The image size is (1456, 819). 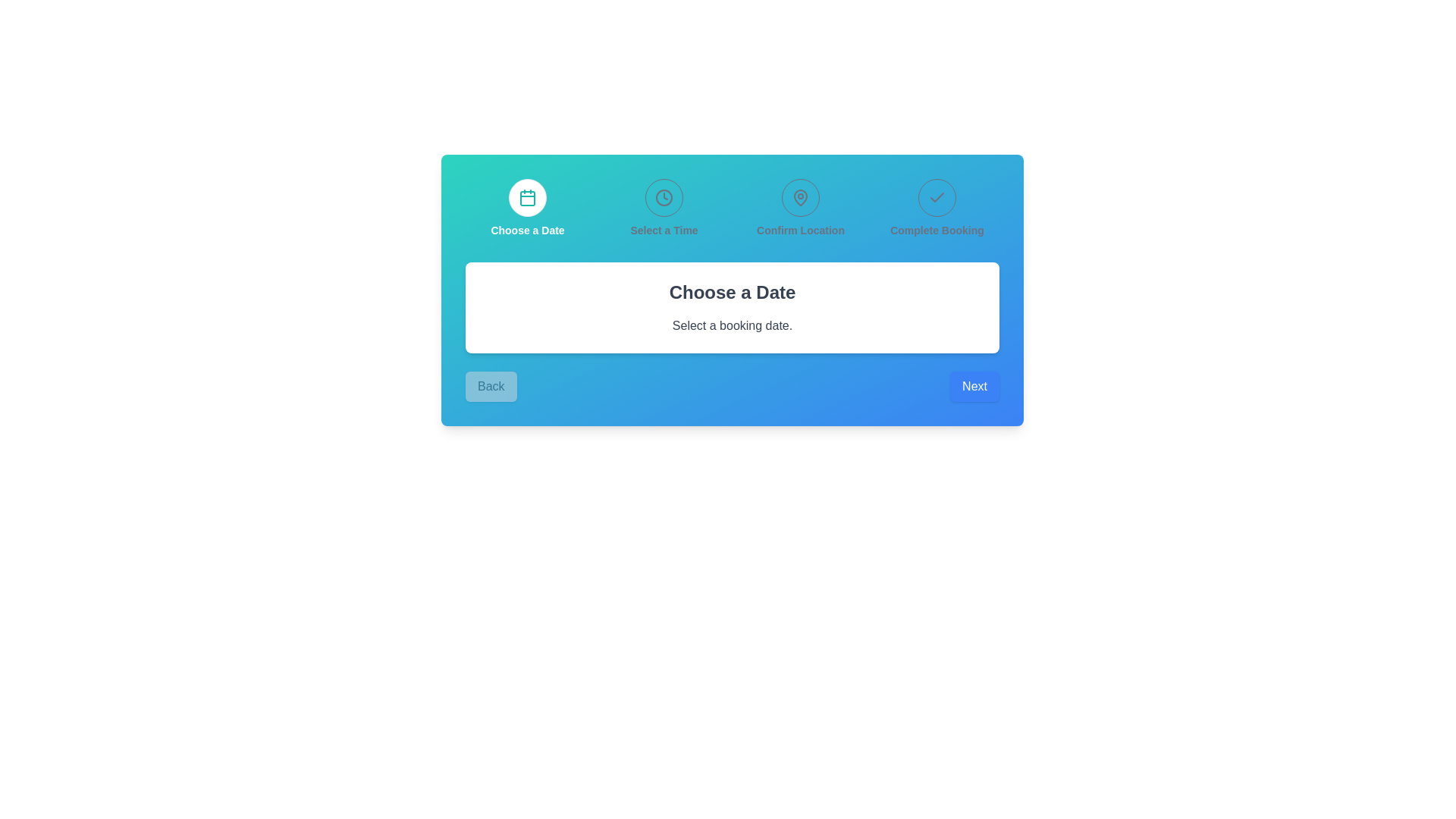 I want to click on the 'Previous' button located in the lower-left corner of the blue card, so click(x=491, y=385).